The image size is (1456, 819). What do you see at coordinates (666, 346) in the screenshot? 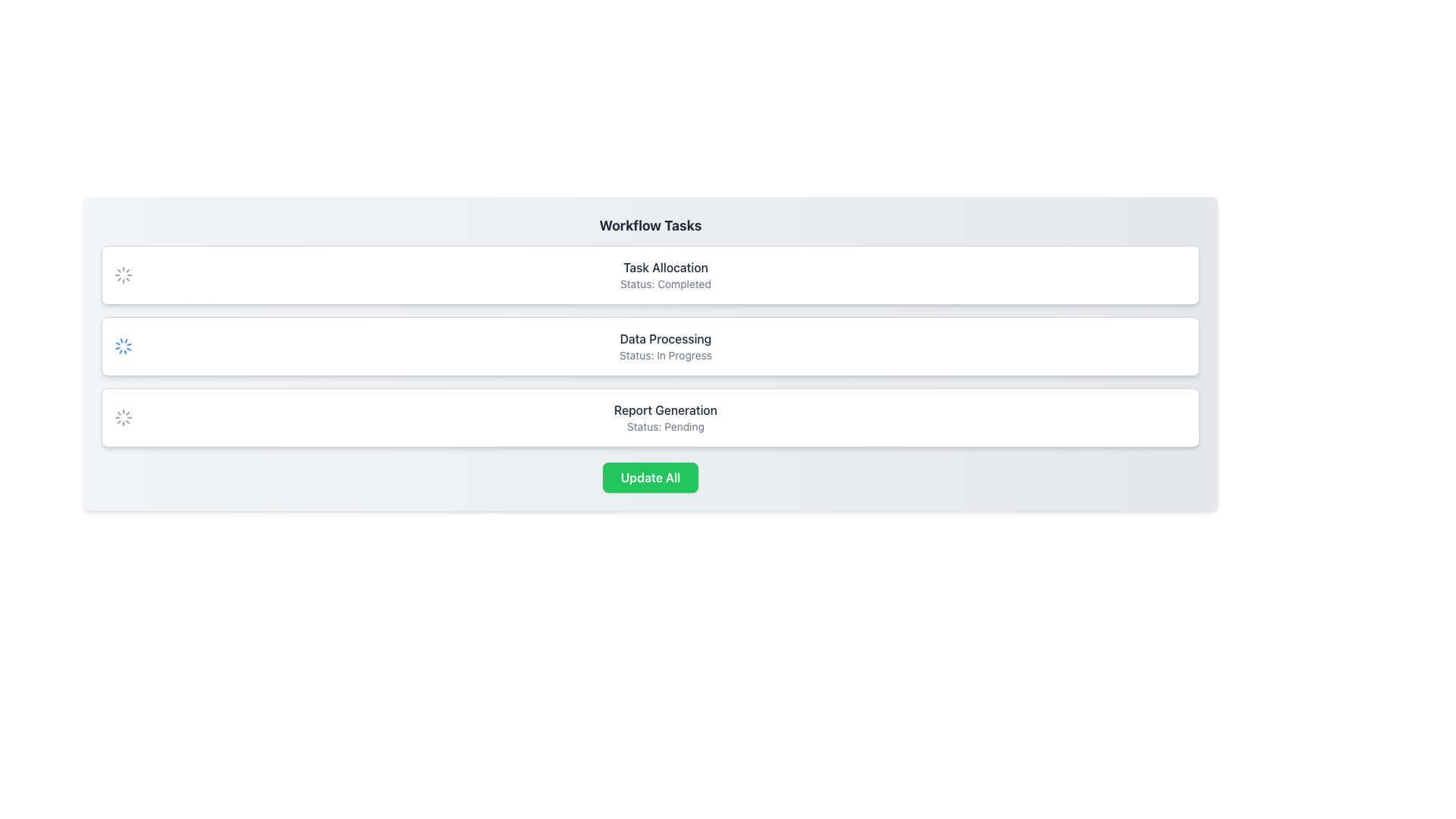
I see `the informative text label displaying 'Data Processing' which indicates the task status as 'In Progress'` at bounding box center [666, 346].